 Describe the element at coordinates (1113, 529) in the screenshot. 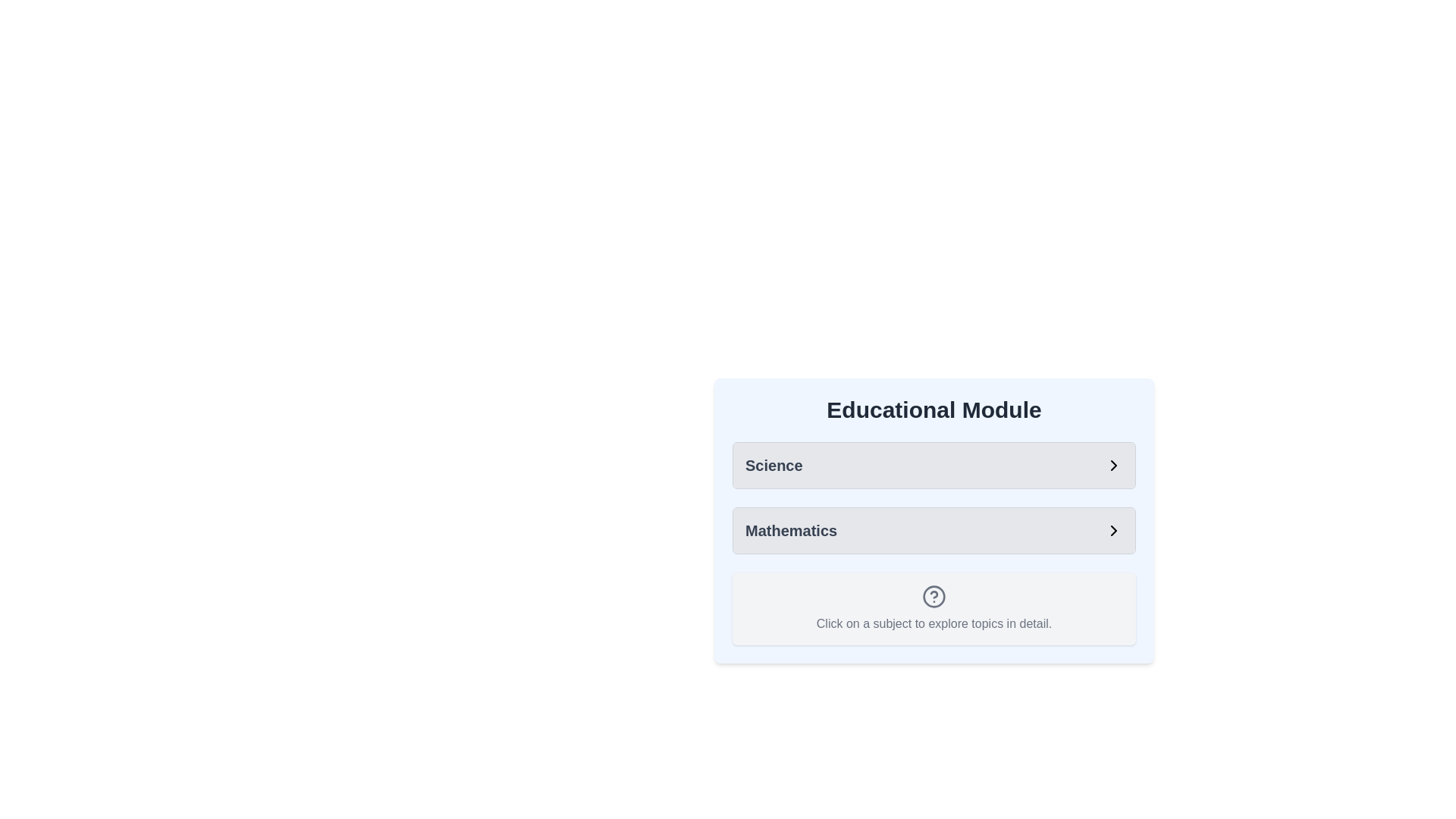

I see `the right-facing chevron icon with a black outline next to the 'Mathematics' menu item in the educational module interface` at that location.